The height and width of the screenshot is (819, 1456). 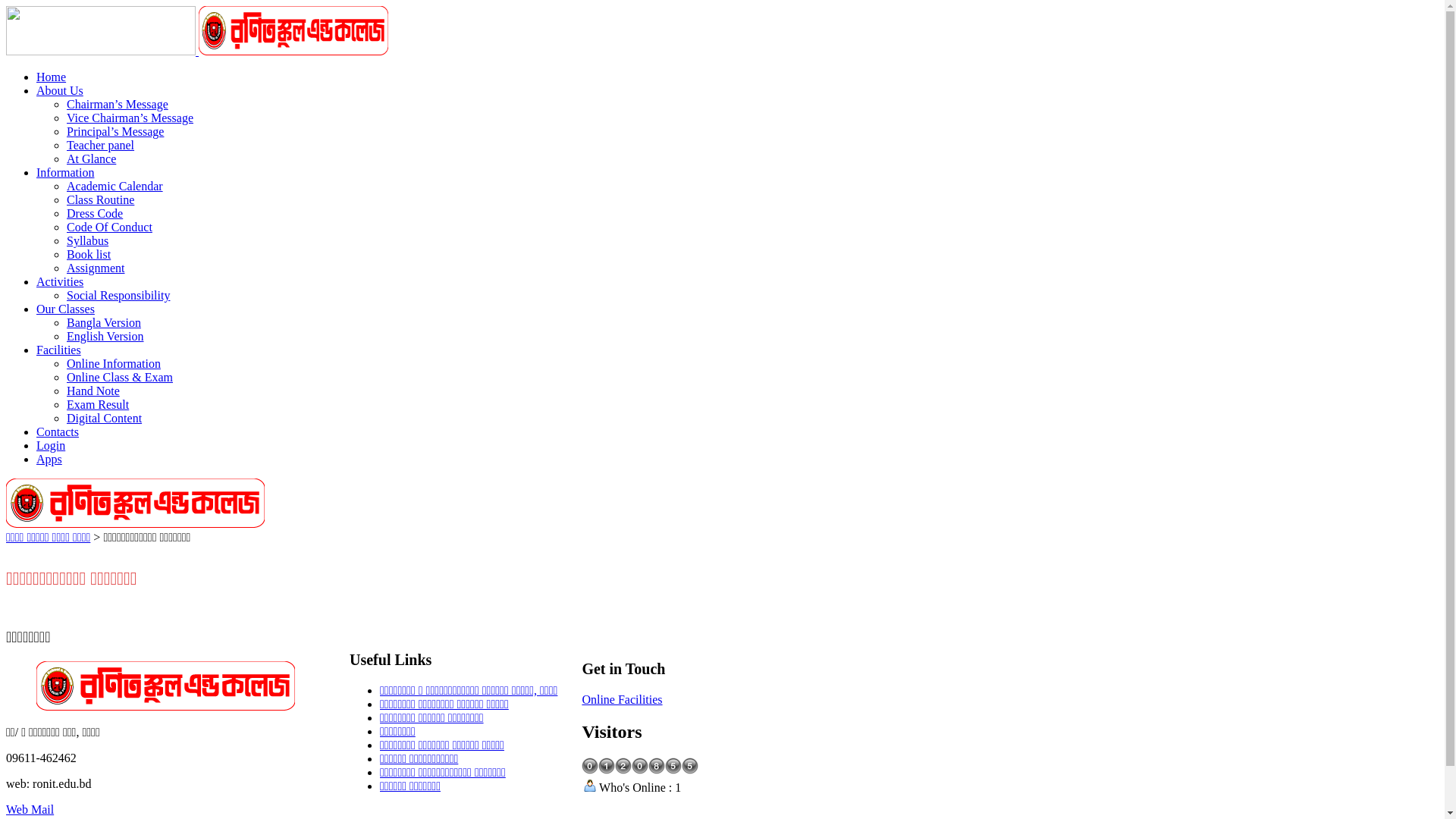 What do you see at coordinates (103, 322) in the screenshot?
I see `'Bangla Version'` at bounding box center [103, 322].